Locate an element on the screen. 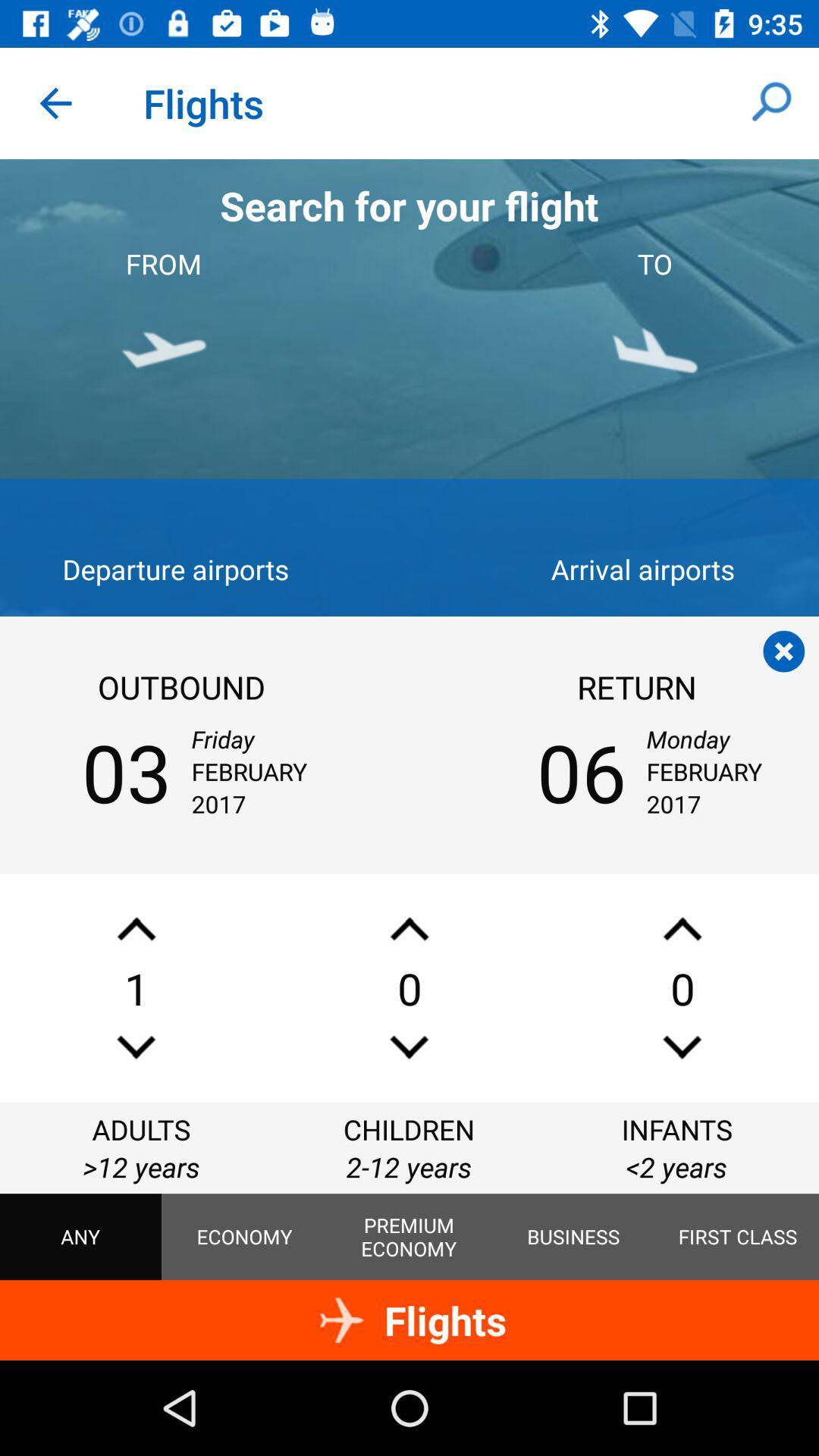 This screenshot has width=819, height=1456. the button next to business is located at coordinates (736, 1237).